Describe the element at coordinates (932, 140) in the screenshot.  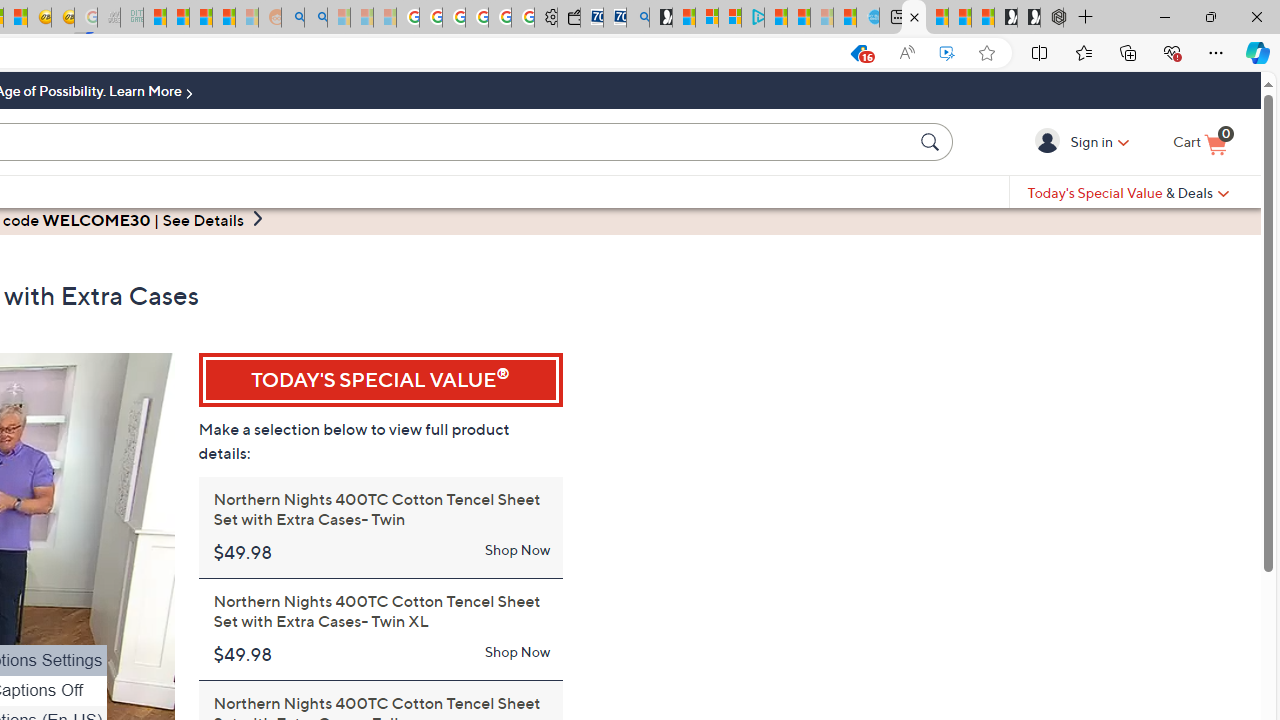
I see `'Search Submit'` at that location.